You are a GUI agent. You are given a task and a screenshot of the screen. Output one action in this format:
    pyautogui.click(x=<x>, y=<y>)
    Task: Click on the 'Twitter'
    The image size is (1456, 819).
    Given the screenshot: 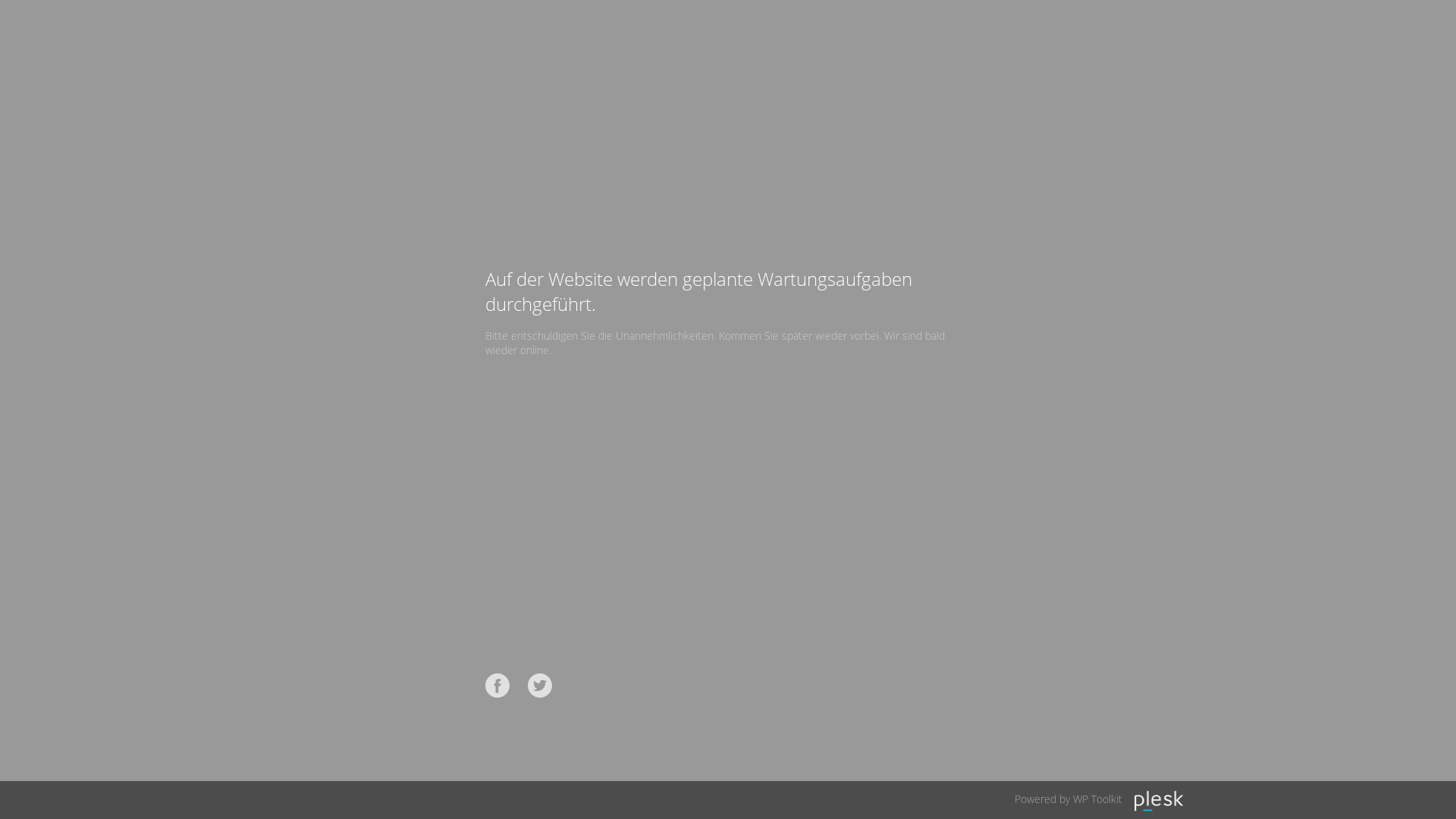 What is the action you would take?
    pyautogui.click(x=539, y=685)
    